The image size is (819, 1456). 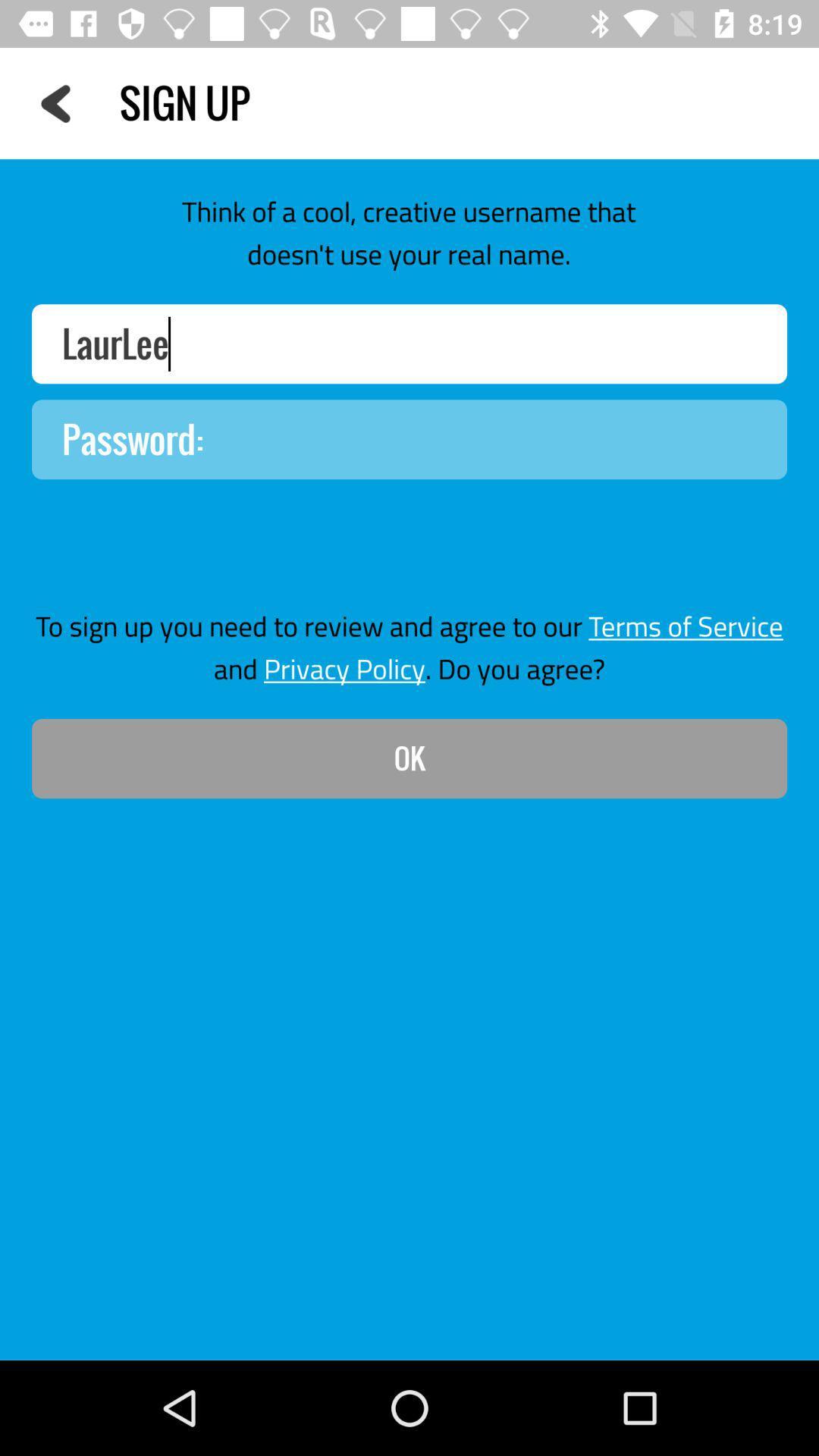 What do you see at coordinates (409, 438) in the screenshot?
I see `area to input password` at bounding box center [409, 438].